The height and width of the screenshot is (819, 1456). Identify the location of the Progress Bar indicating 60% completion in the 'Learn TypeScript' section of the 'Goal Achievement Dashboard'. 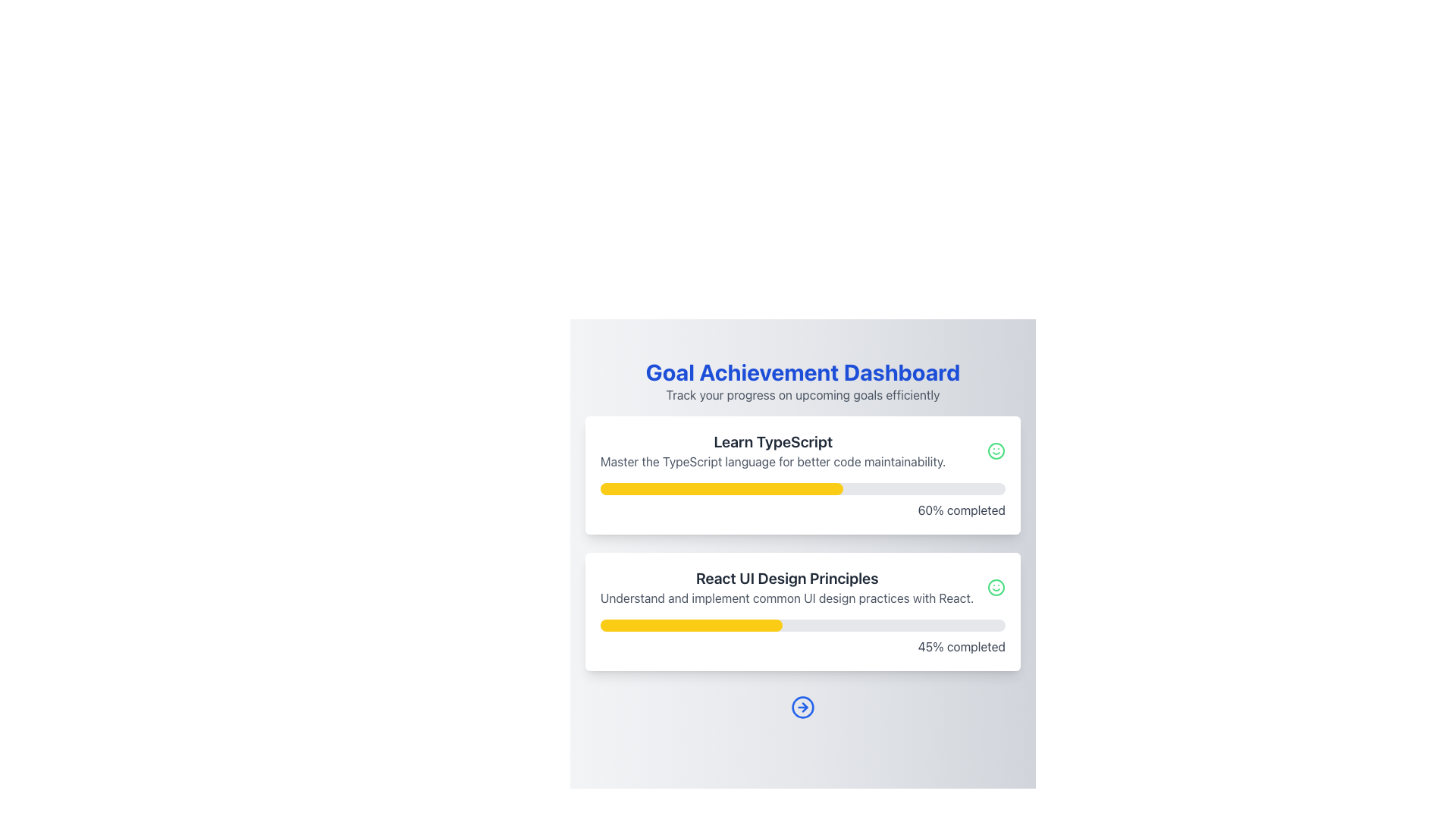
(721, 488).